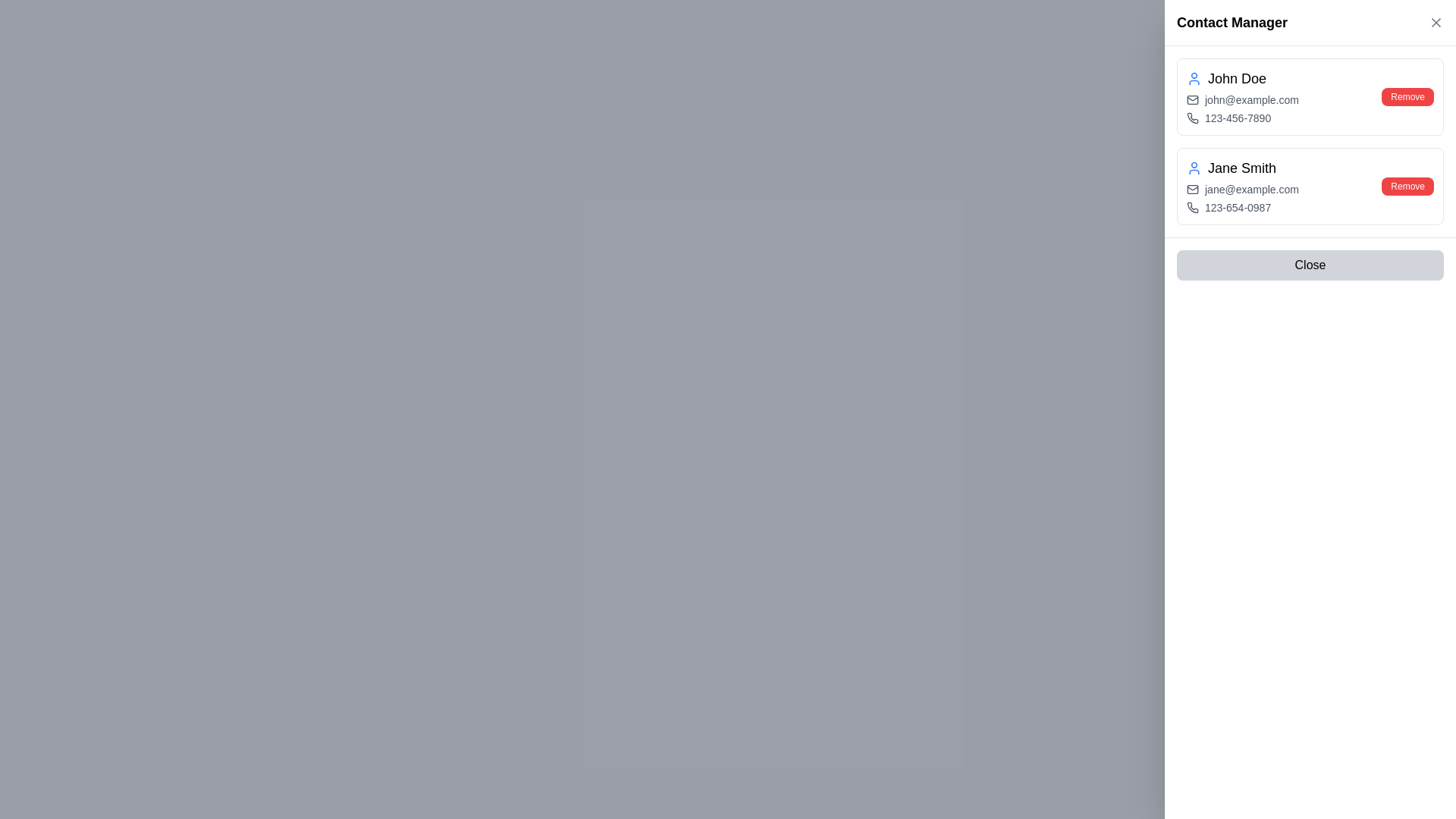 The image size is (1456, 819). What do you see at coordinates (1436, 23) in the screenshot?
I see `the close button icon located in the top-right corner of the 'Contact Manager' modal` at bounding box center [1436, 23].